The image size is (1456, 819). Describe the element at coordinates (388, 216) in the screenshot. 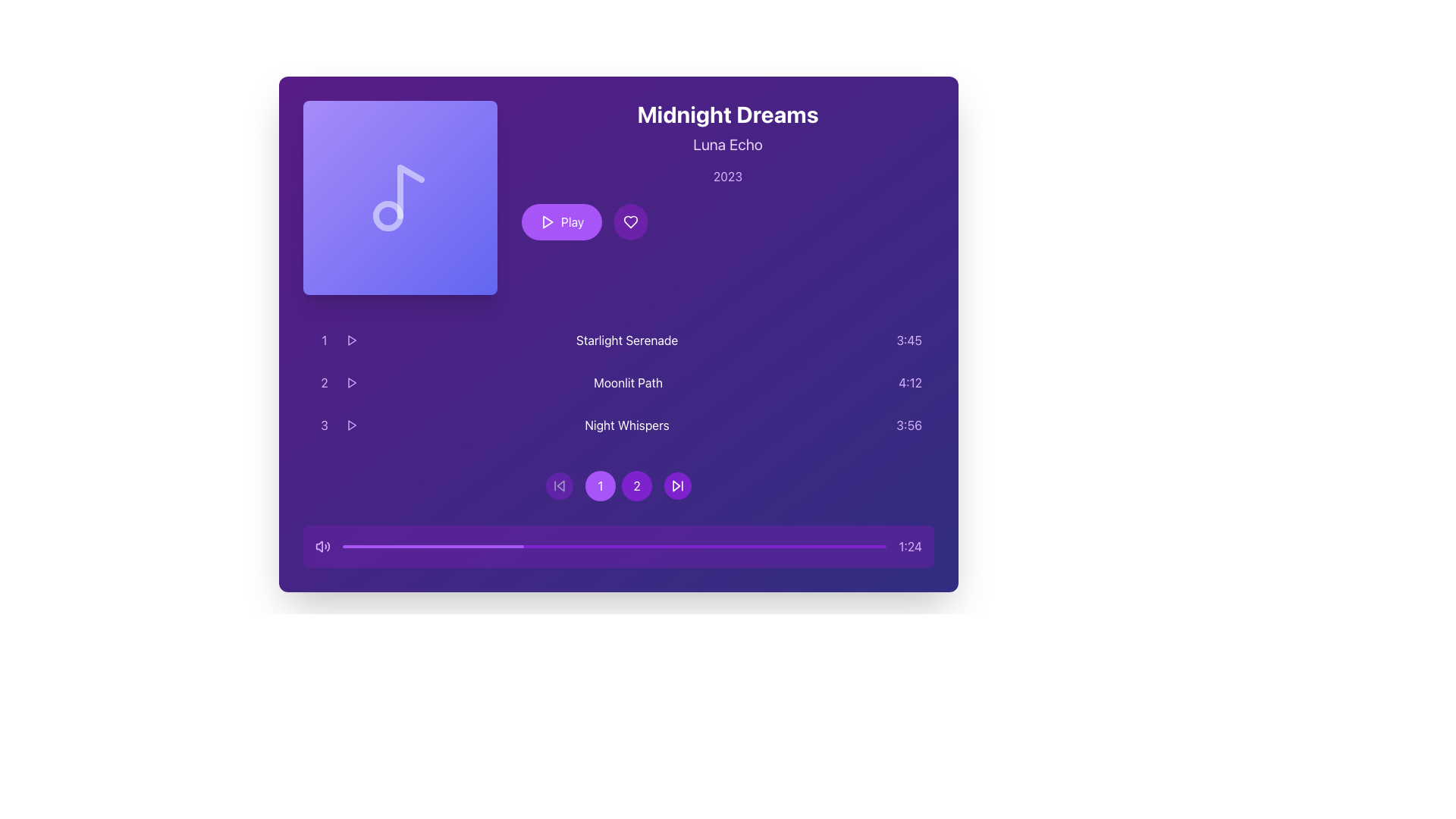

I see `the small circular SVG element located within the musical note icon at the top-left of the interface` at that location.